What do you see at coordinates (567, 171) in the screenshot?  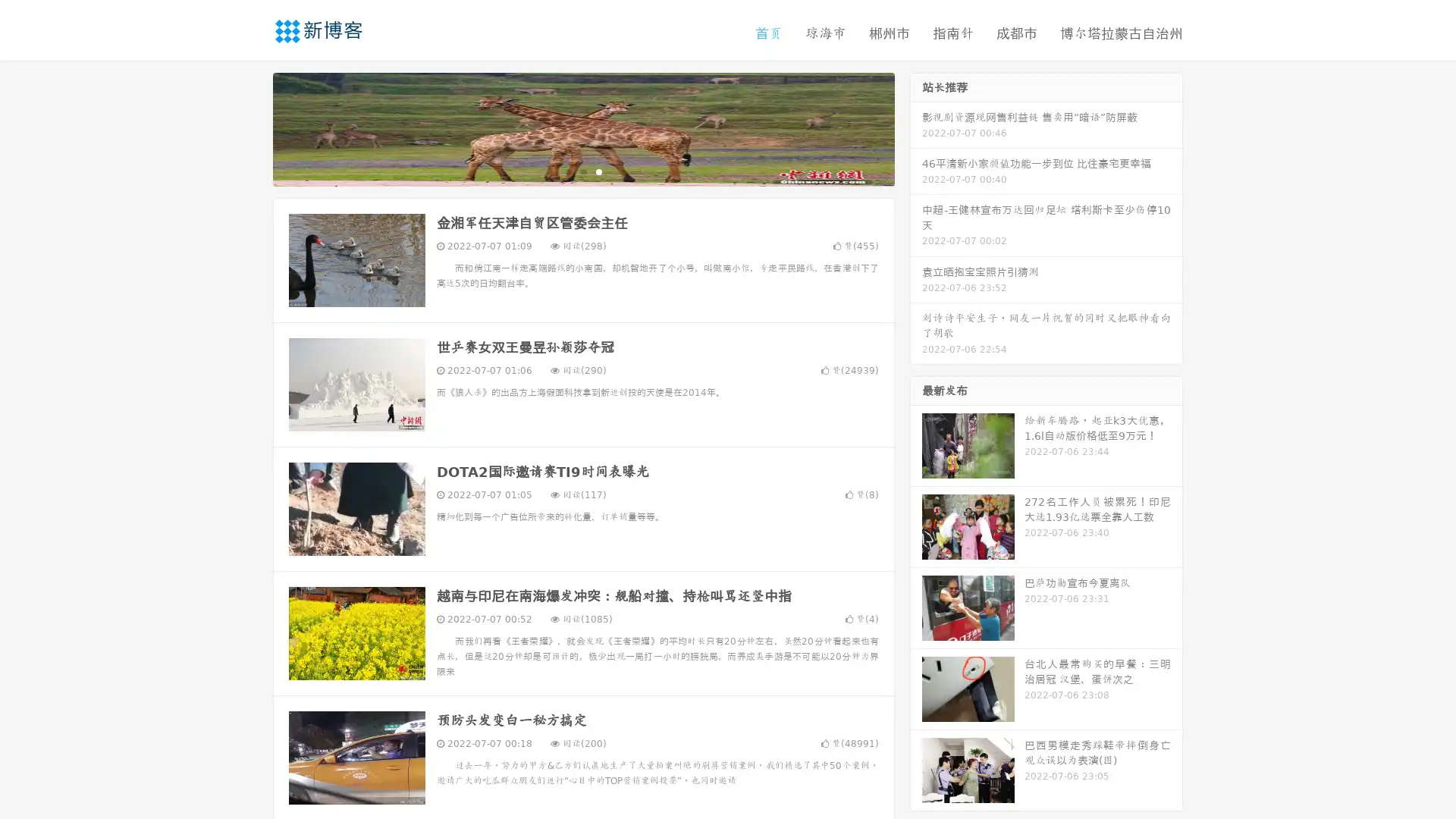 I see `Go to slide 1` at bounding box center [567, 171].